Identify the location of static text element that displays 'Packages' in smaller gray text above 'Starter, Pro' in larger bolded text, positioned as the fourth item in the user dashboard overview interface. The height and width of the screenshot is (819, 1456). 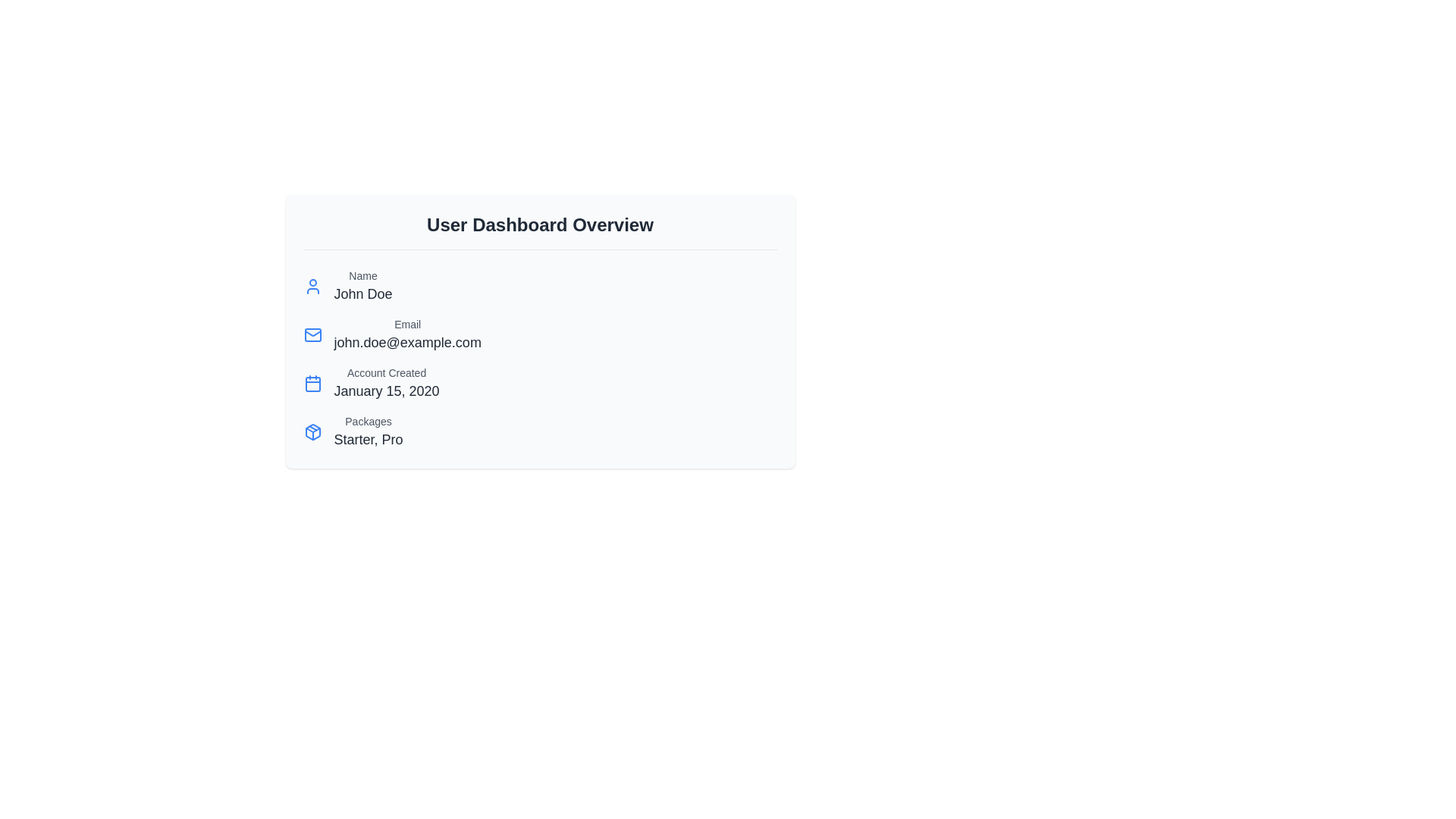
(368, 432).